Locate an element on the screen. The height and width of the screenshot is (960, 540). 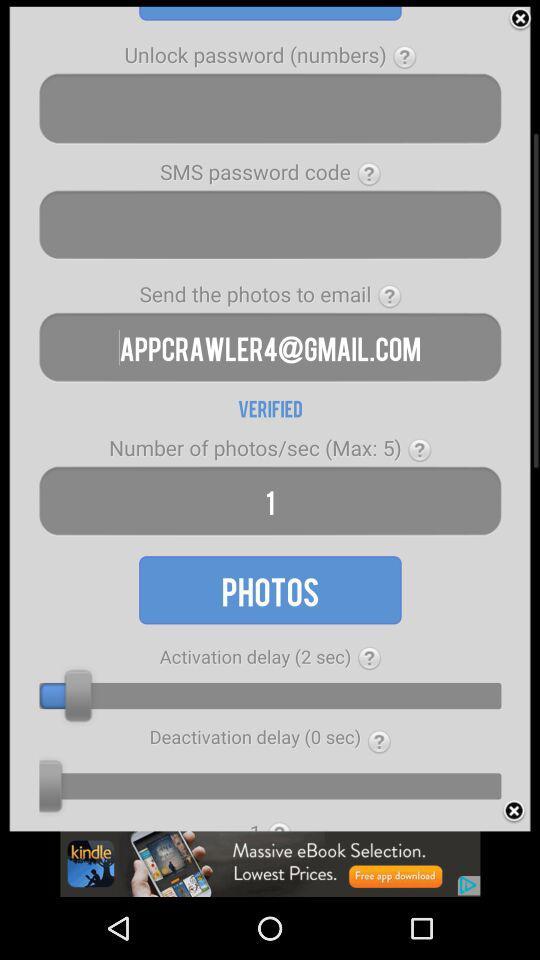
the close icon is located at coordinates (520, 19).